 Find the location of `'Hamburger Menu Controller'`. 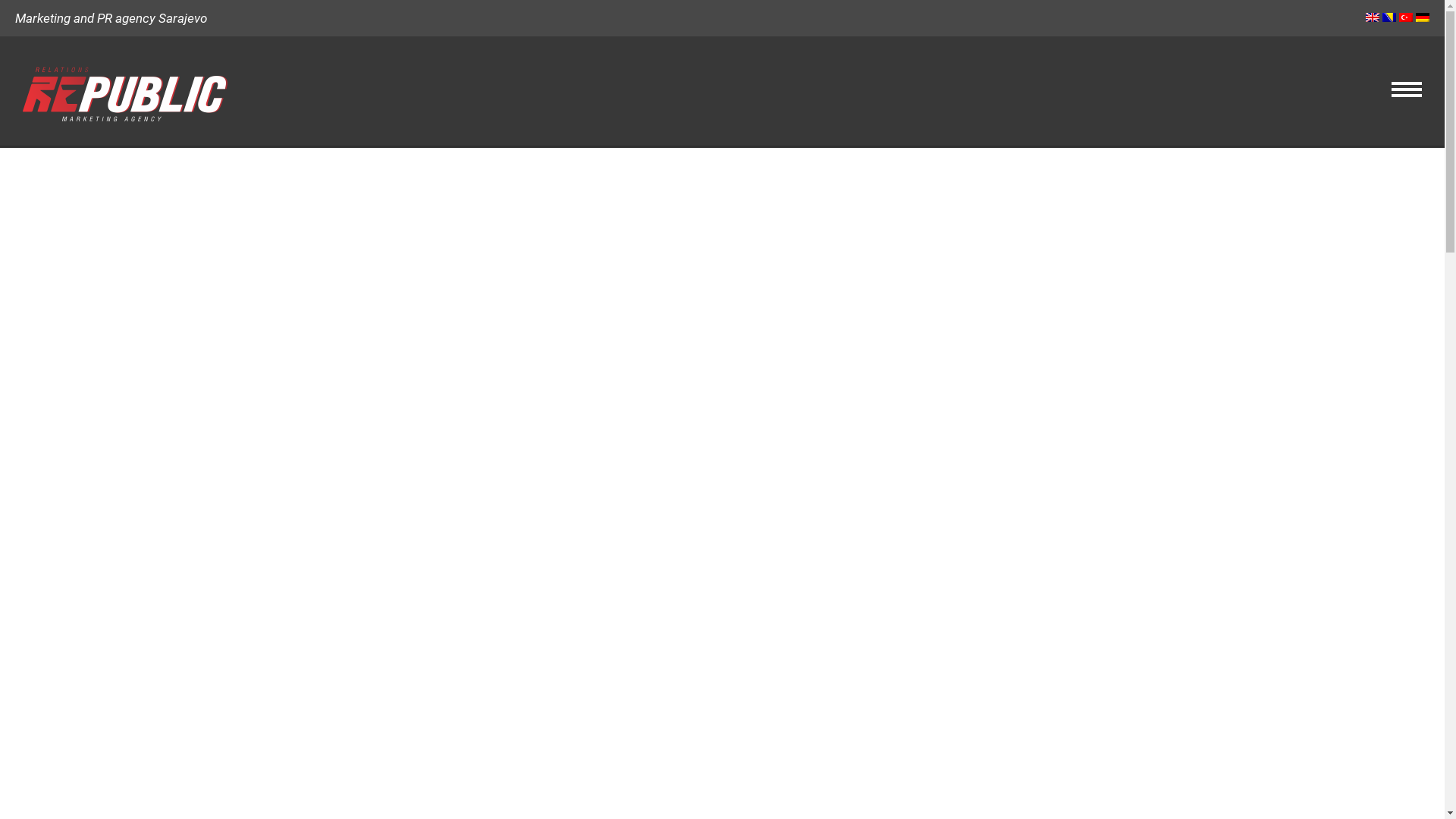

'Hamburger Menu Controller' is located at coordinates (1405, 90).